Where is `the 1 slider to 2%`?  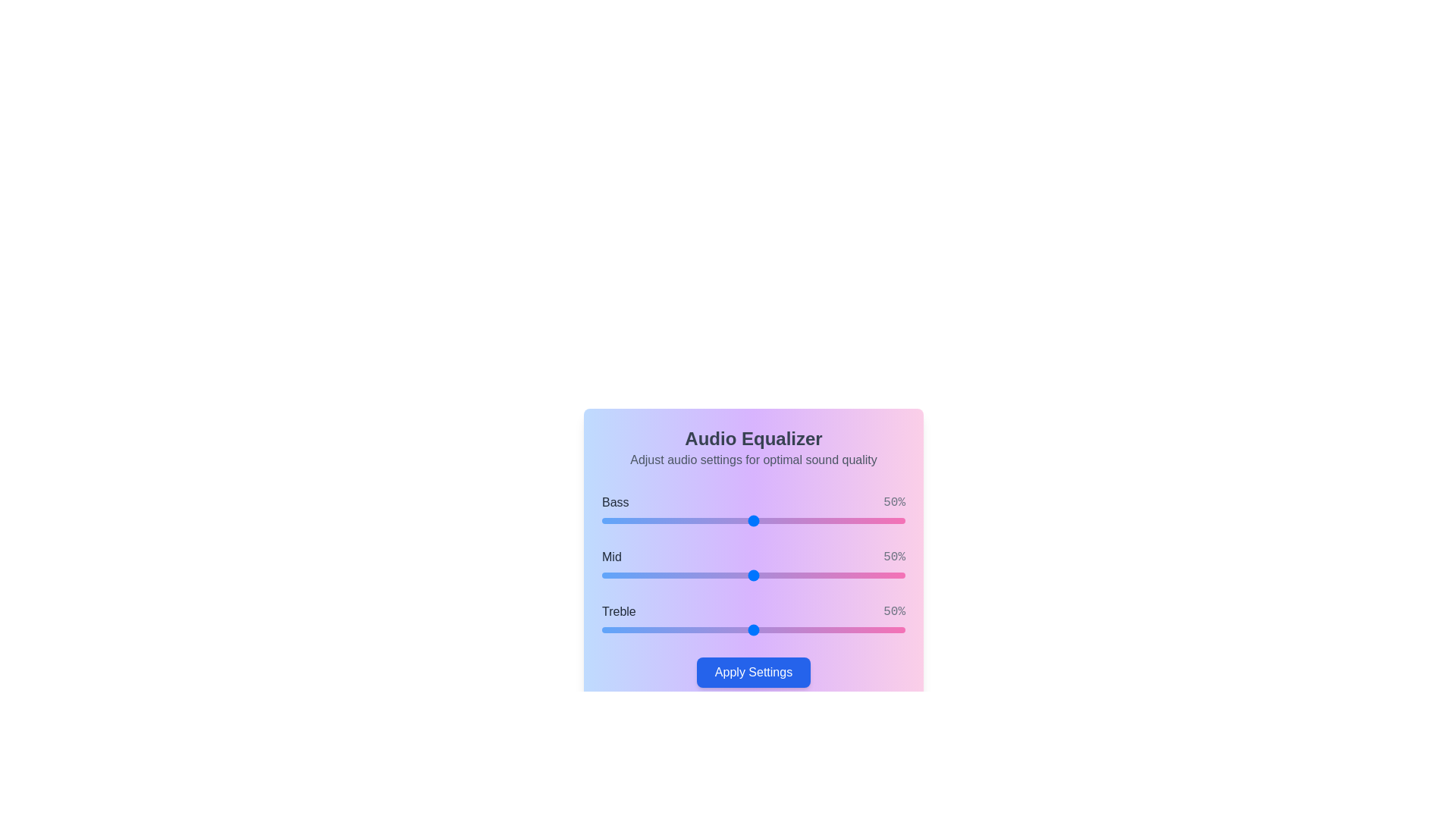
the 1 slider to 2% is located at coordinates (607, 576).